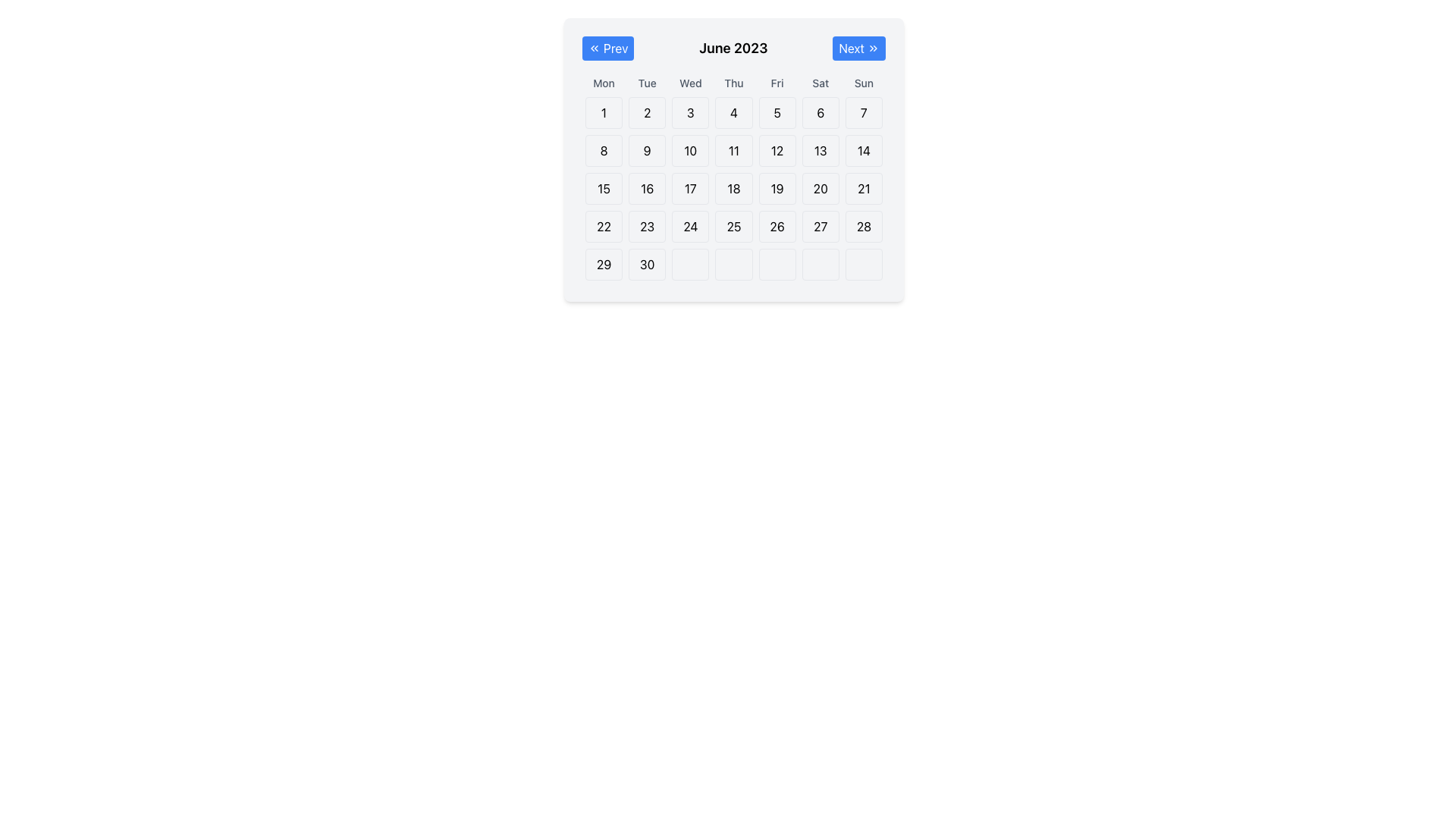  Describe the element at coordinates (603, 227) in the screenshot. I see `the interactive calendar date cell displaying the number '22'` at that location.